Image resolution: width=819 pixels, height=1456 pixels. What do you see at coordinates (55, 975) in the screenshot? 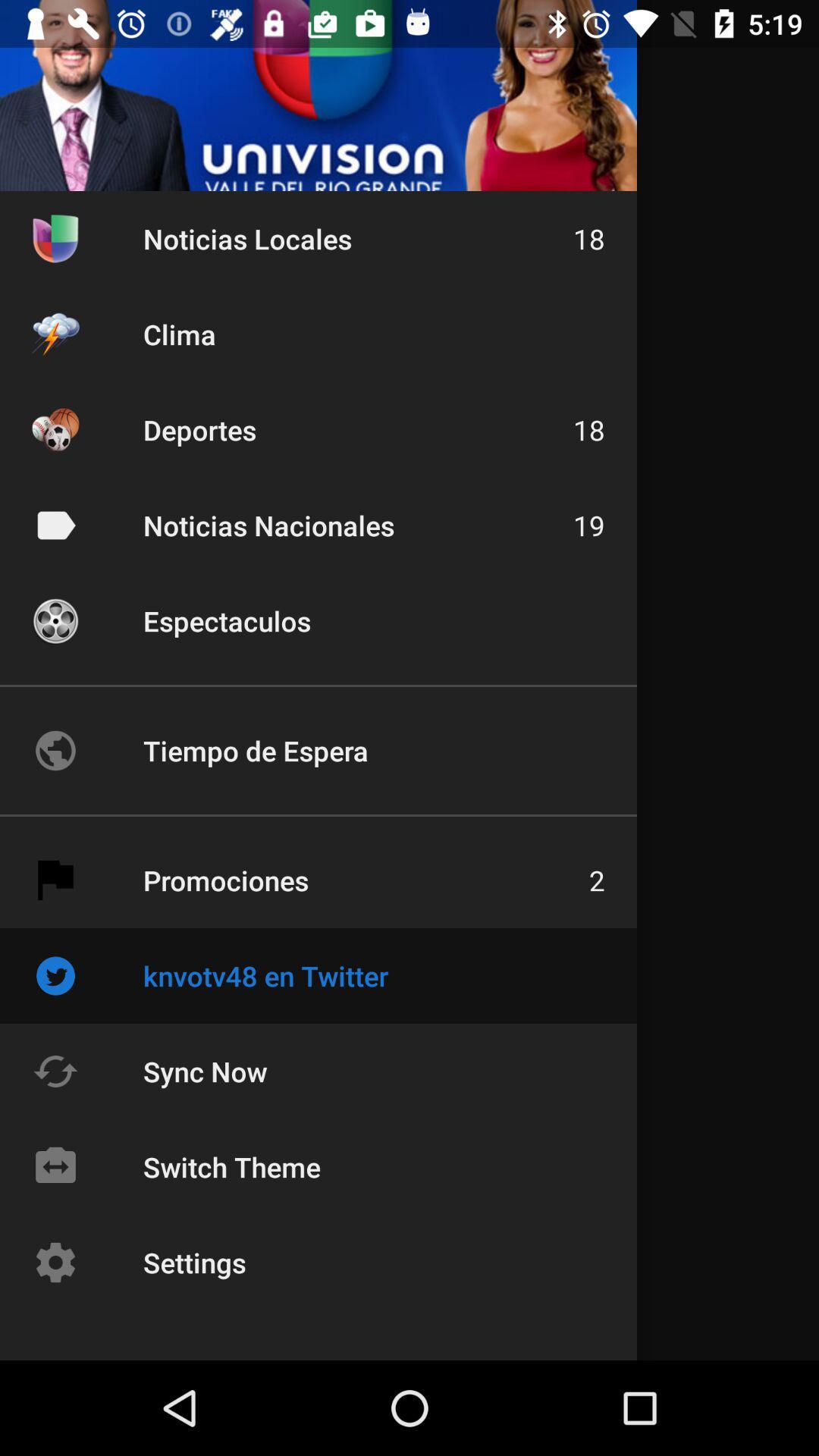
I see `the symbol left to knvotv48 en twitter` at bounding box center [55, 975].